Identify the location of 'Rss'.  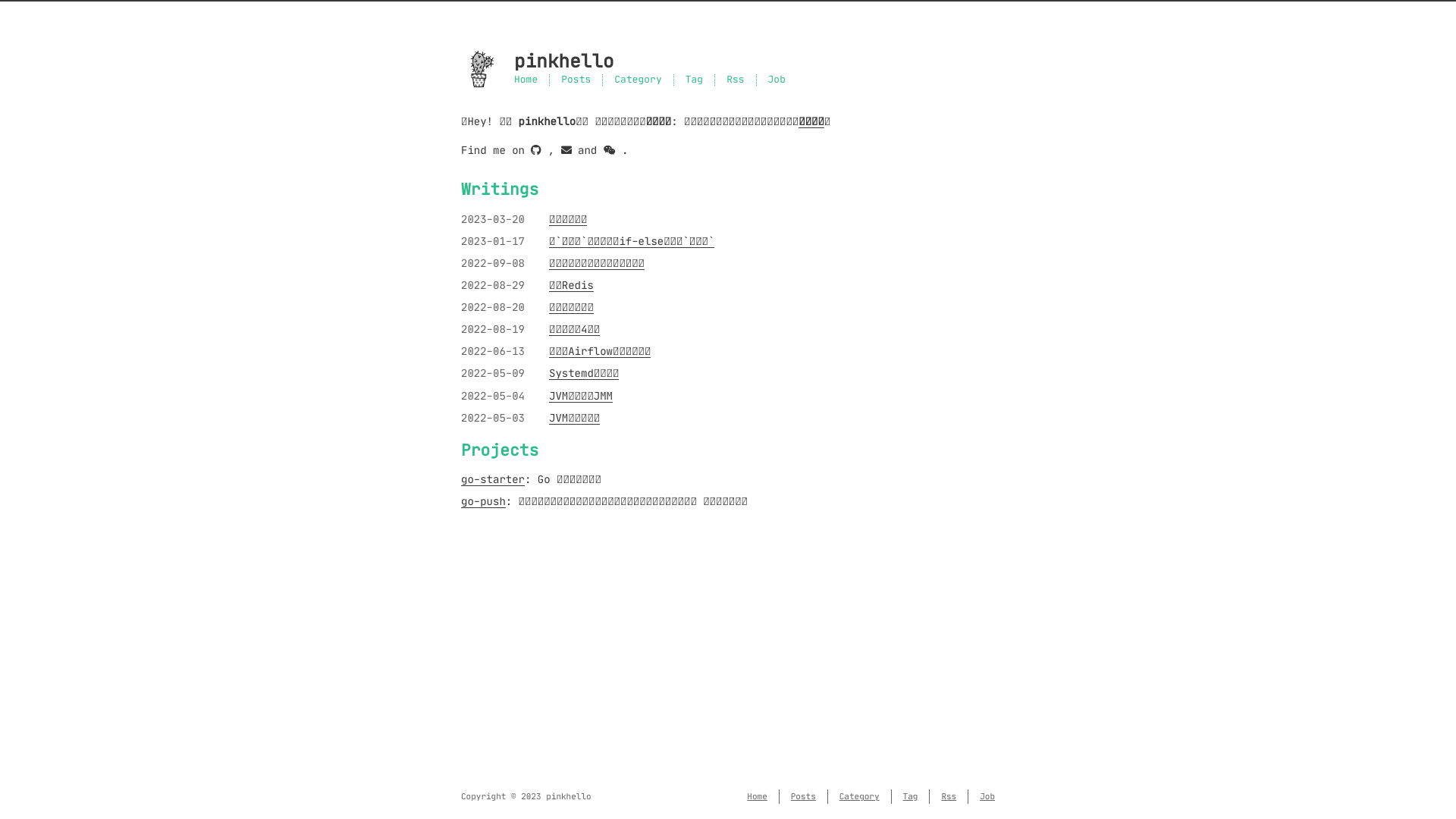
(948, 795).